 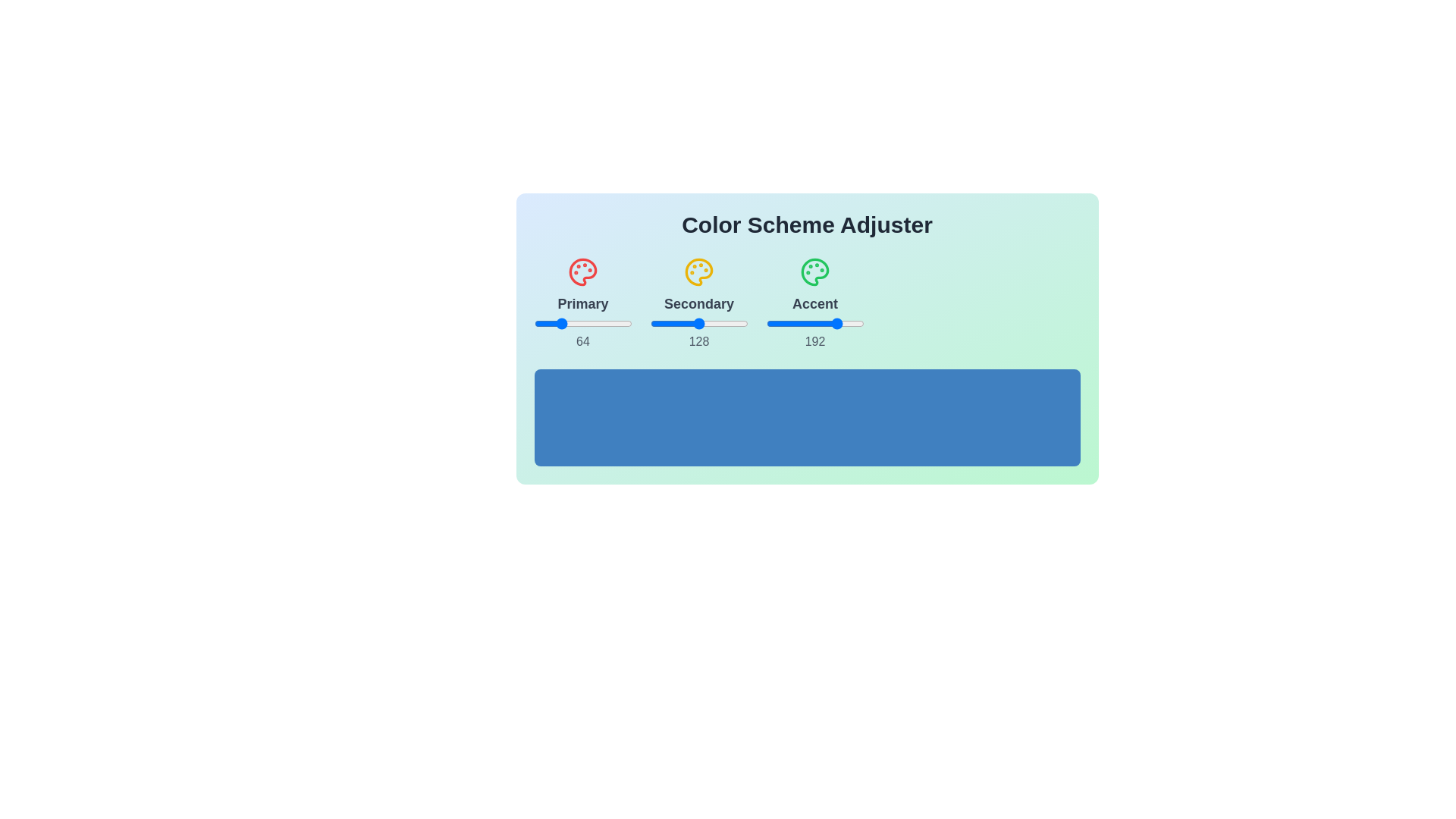 I want to click on the 1 slider to 62, so click(x=557, y=323).